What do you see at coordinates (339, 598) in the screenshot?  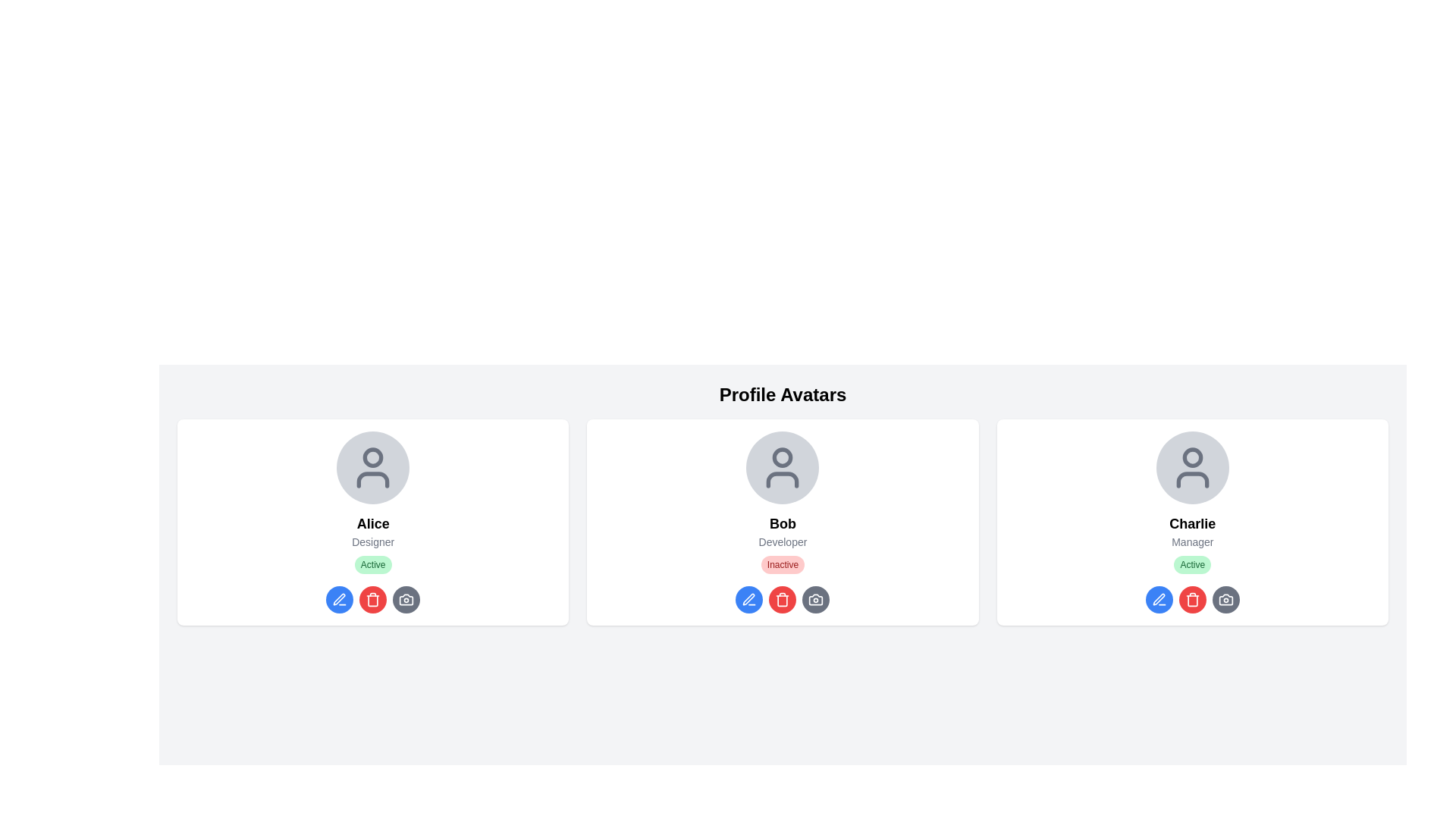 I see `the button with a pen icon to initiate an editing action related to the profile of 'Alice', which is the first button in the horizontal group below the user profile card` at bounding box center [339, 598].